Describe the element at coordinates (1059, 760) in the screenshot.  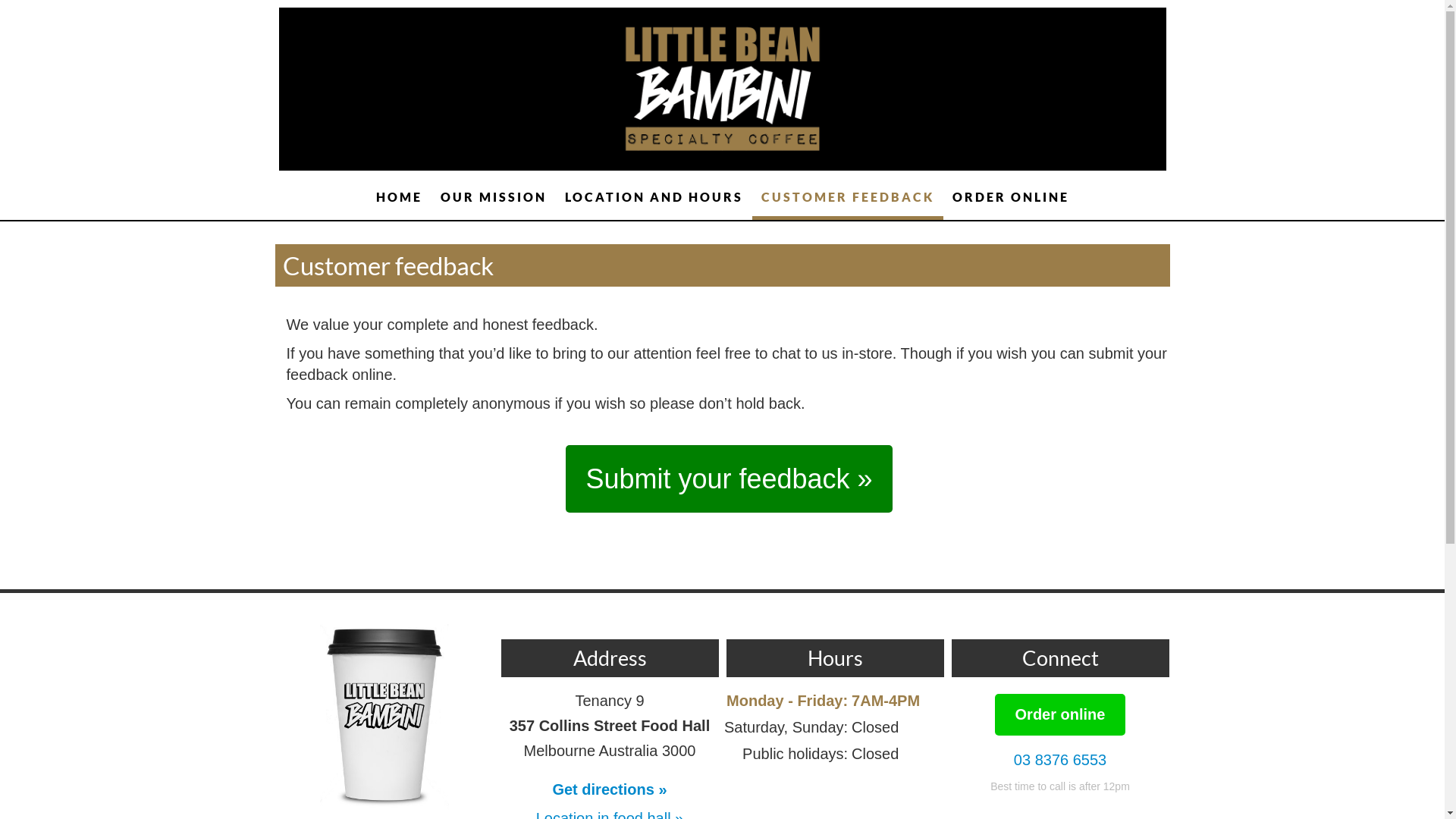
I see `'03 8376 6553'` at that location.